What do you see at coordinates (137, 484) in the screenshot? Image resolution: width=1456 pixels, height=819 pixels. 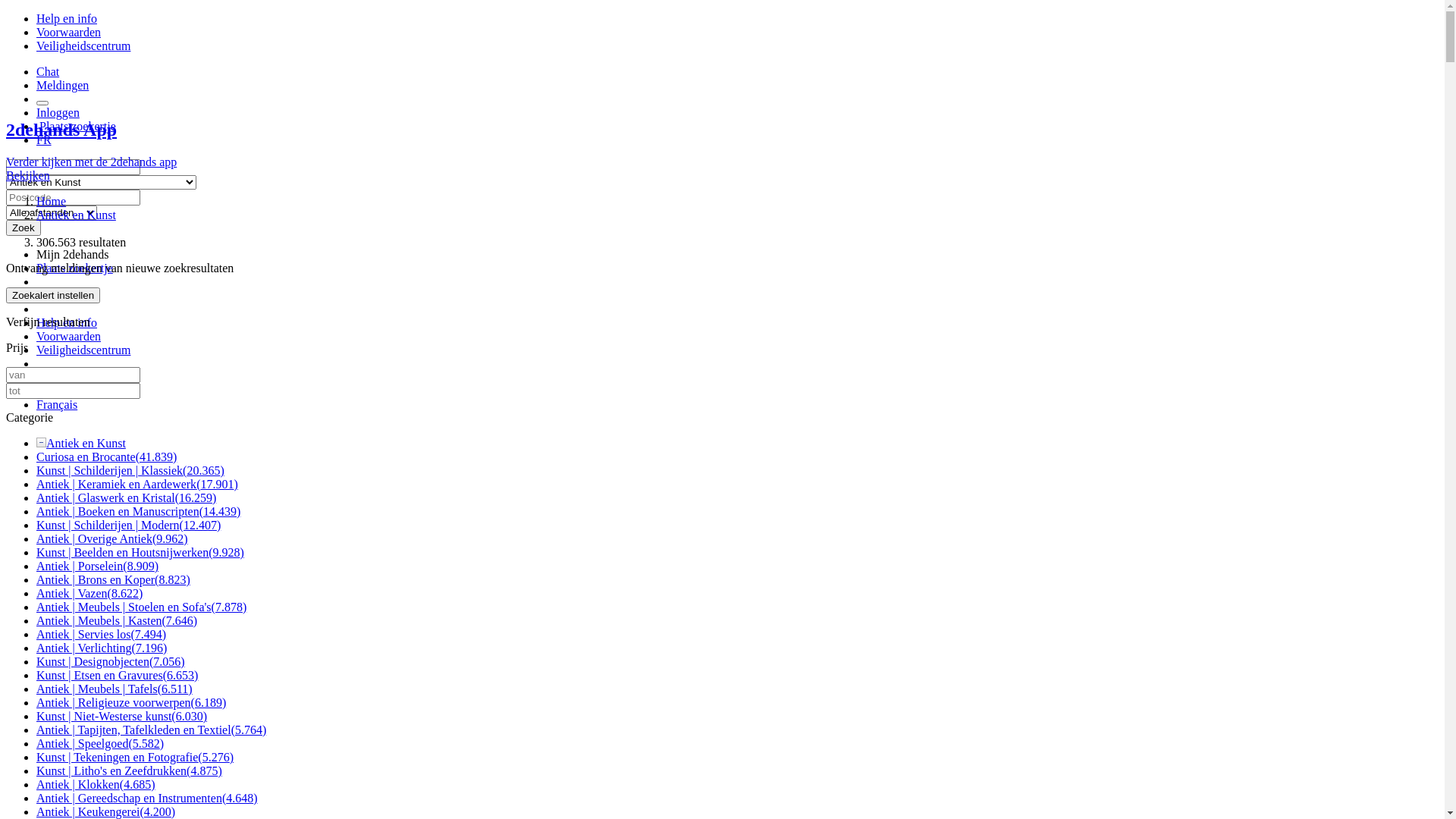 I see `'Antiek | Keramiek en Aardewerk(17.901)'` at bounding box center [137, 484].